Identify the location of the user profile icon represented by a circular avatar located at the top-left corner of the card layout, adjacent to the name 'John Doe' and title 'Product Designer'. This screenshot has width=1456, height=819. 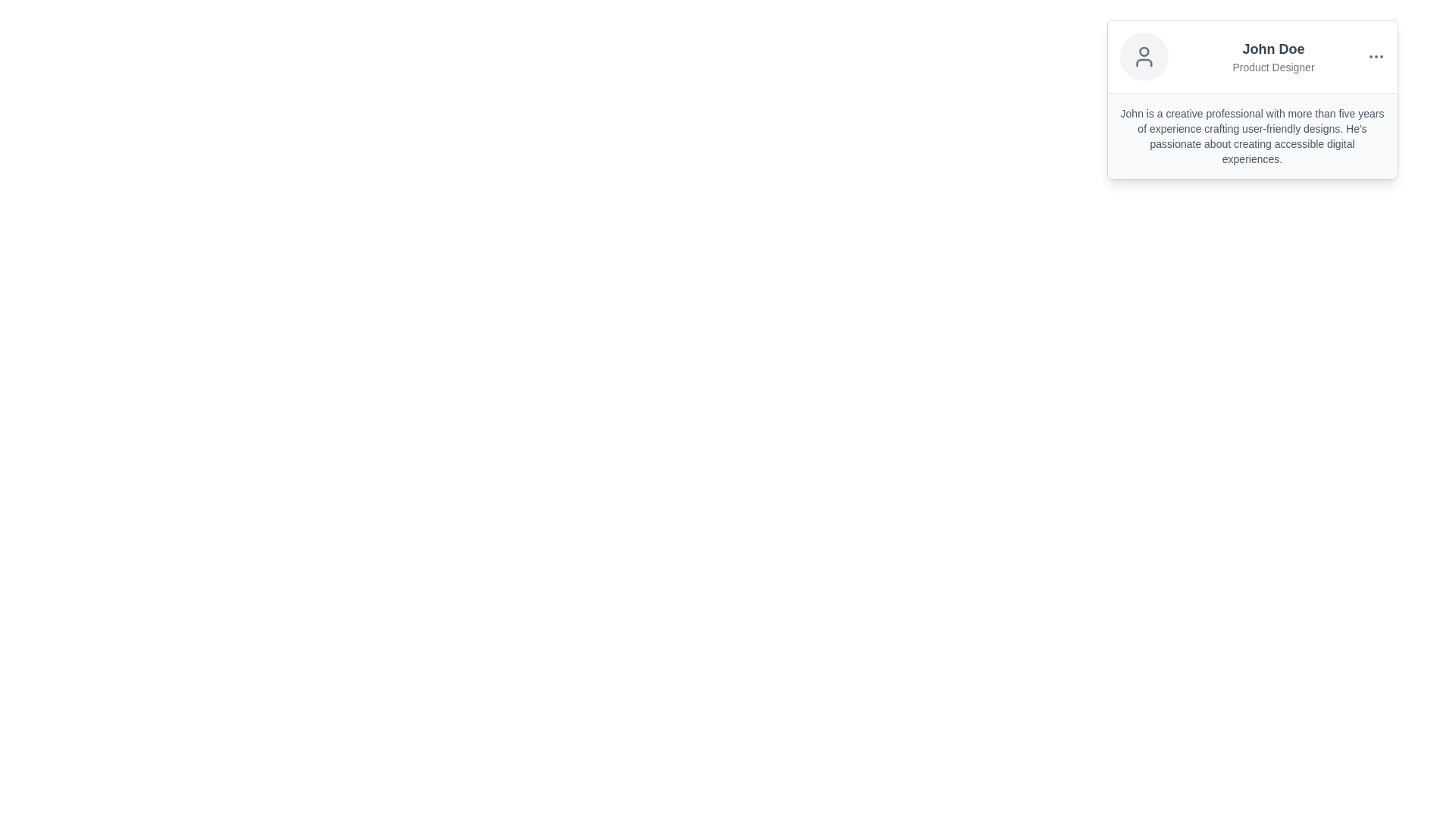
(1144, 55).